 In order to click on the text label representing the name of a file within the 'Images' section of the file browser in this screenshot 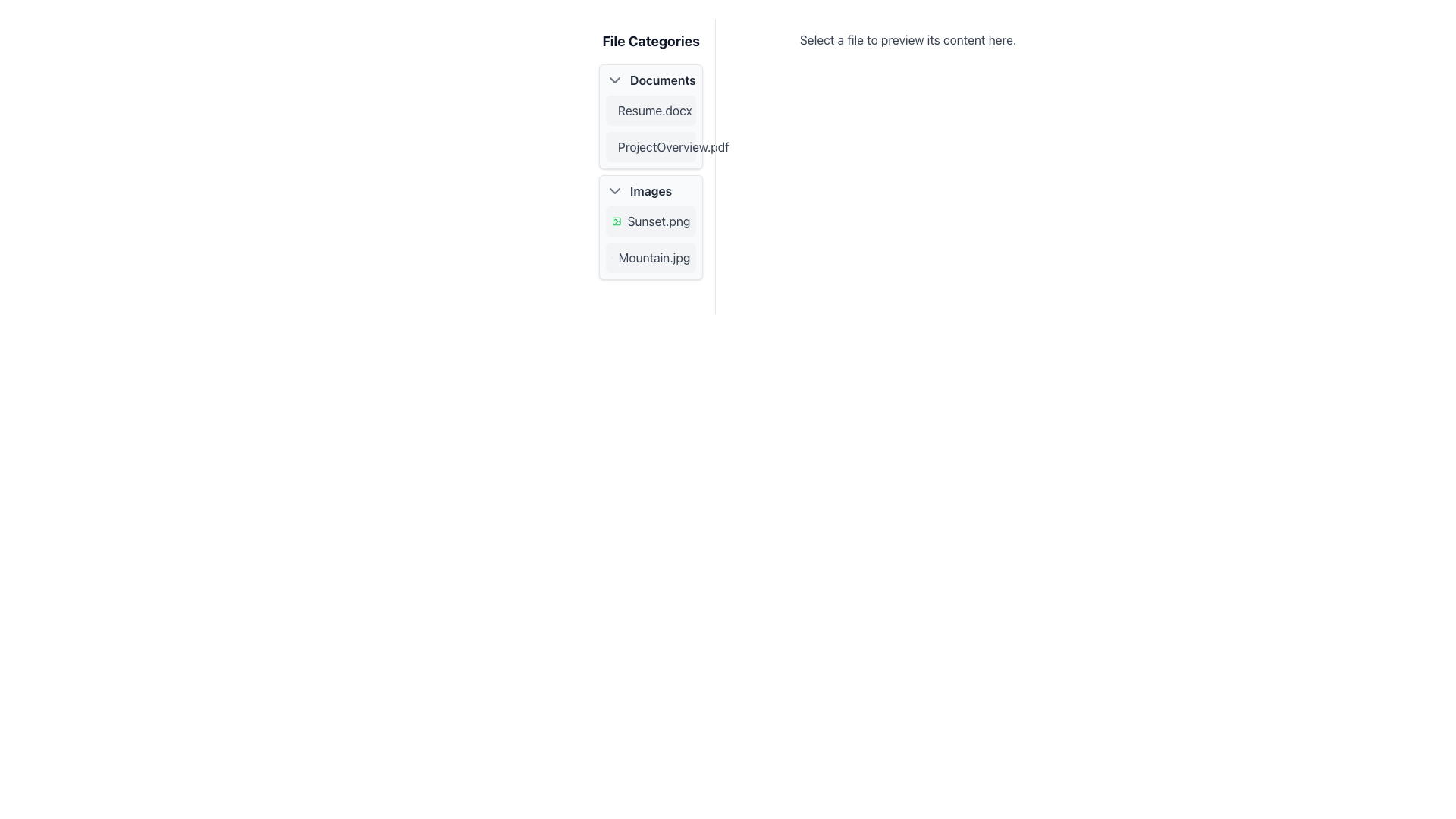, I will do `click(654, 256)`.